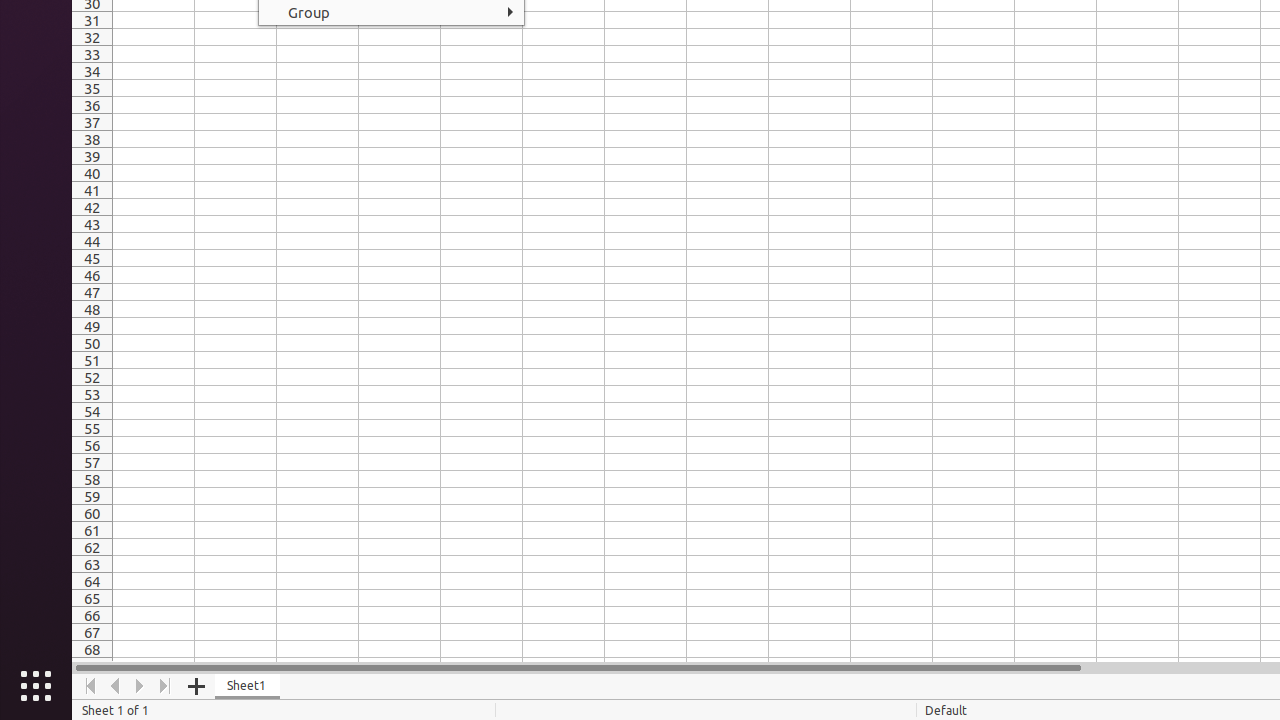  Describe the element at coordinates (139, 685) in the screenshot. I see `'Move Right'` at that location.